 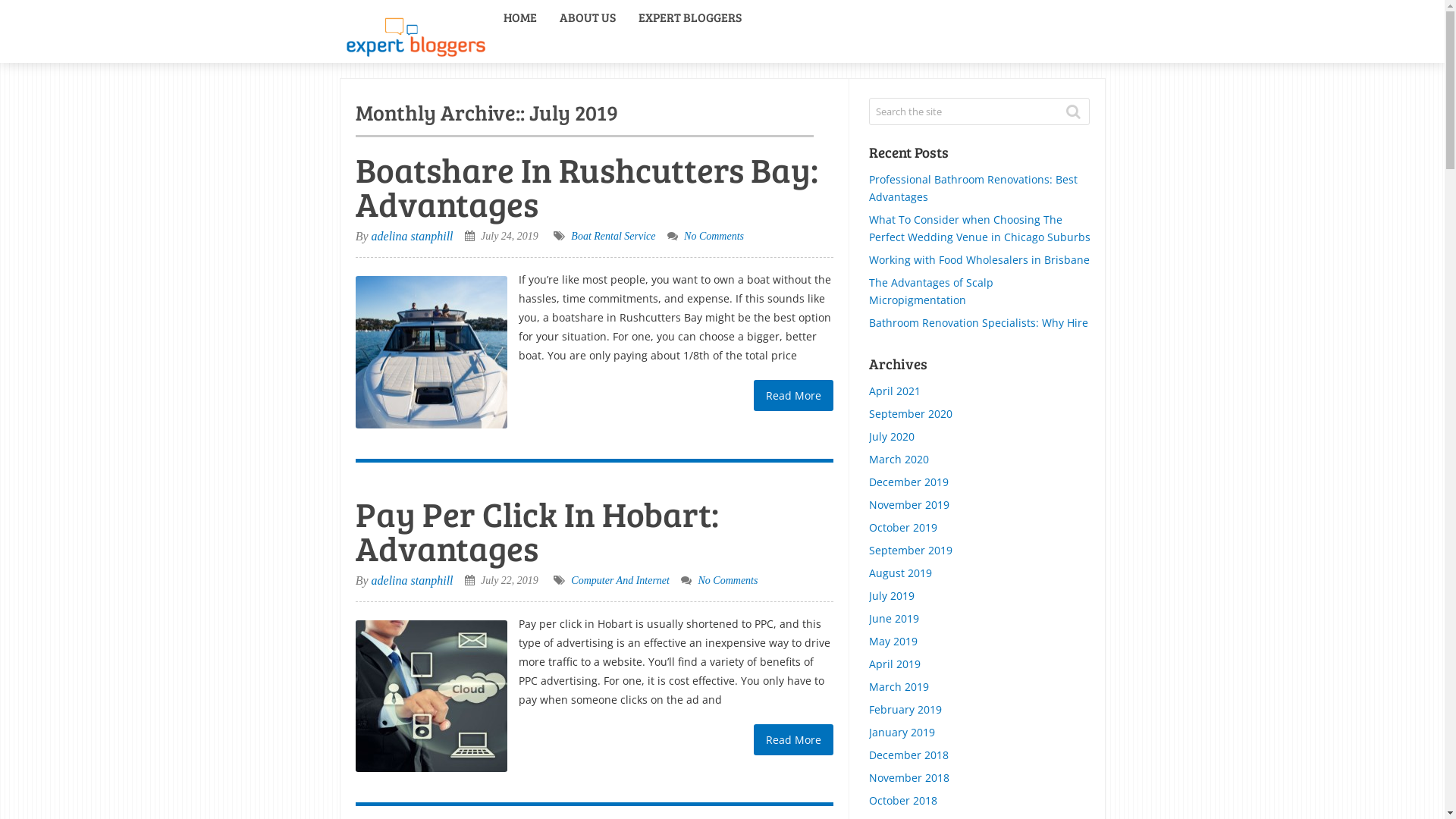 I want to click on 'August 2019', so click(x=869, y=573).